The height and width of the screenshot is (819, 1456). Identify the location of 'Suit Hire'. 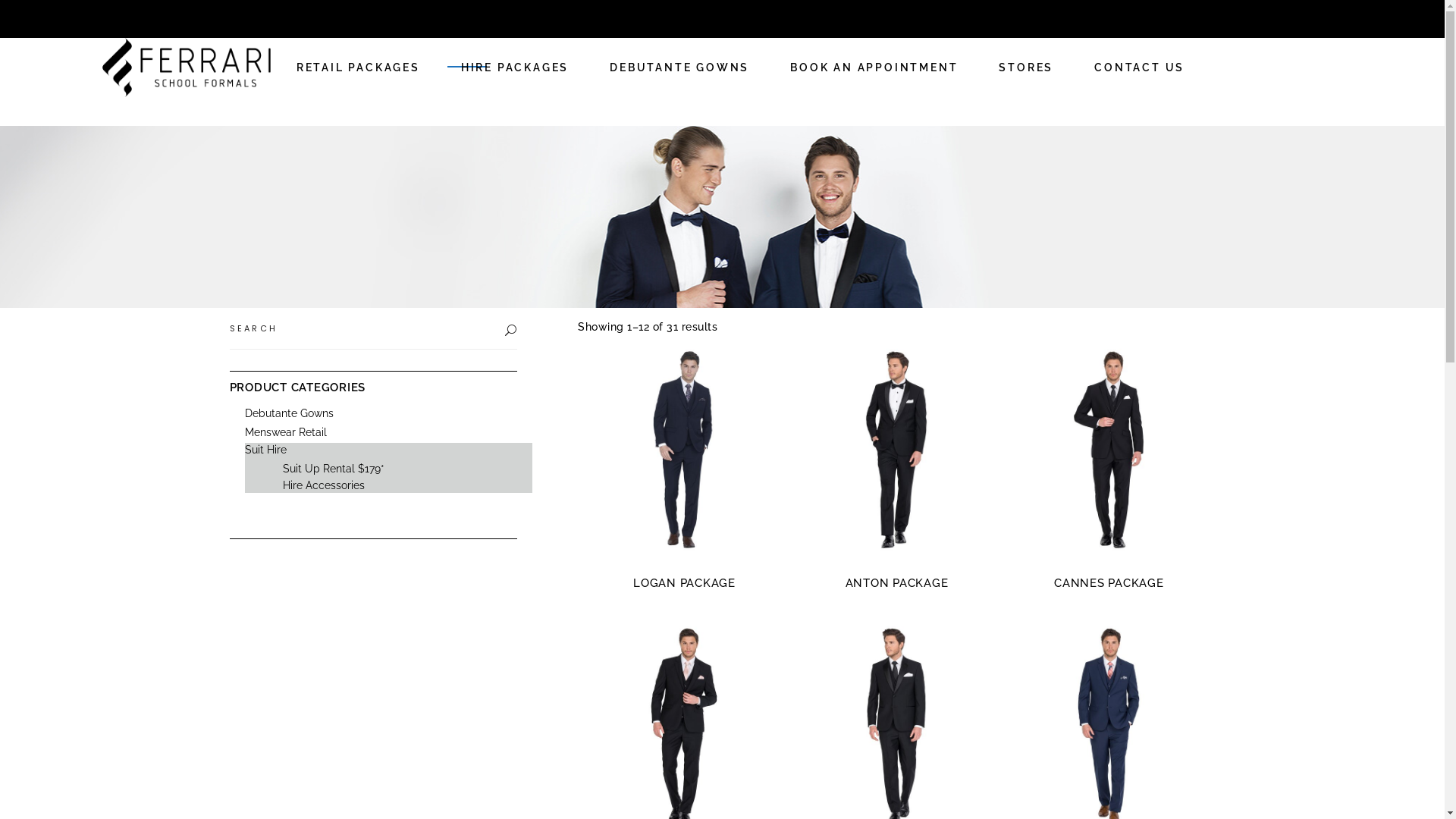
(265, 449).